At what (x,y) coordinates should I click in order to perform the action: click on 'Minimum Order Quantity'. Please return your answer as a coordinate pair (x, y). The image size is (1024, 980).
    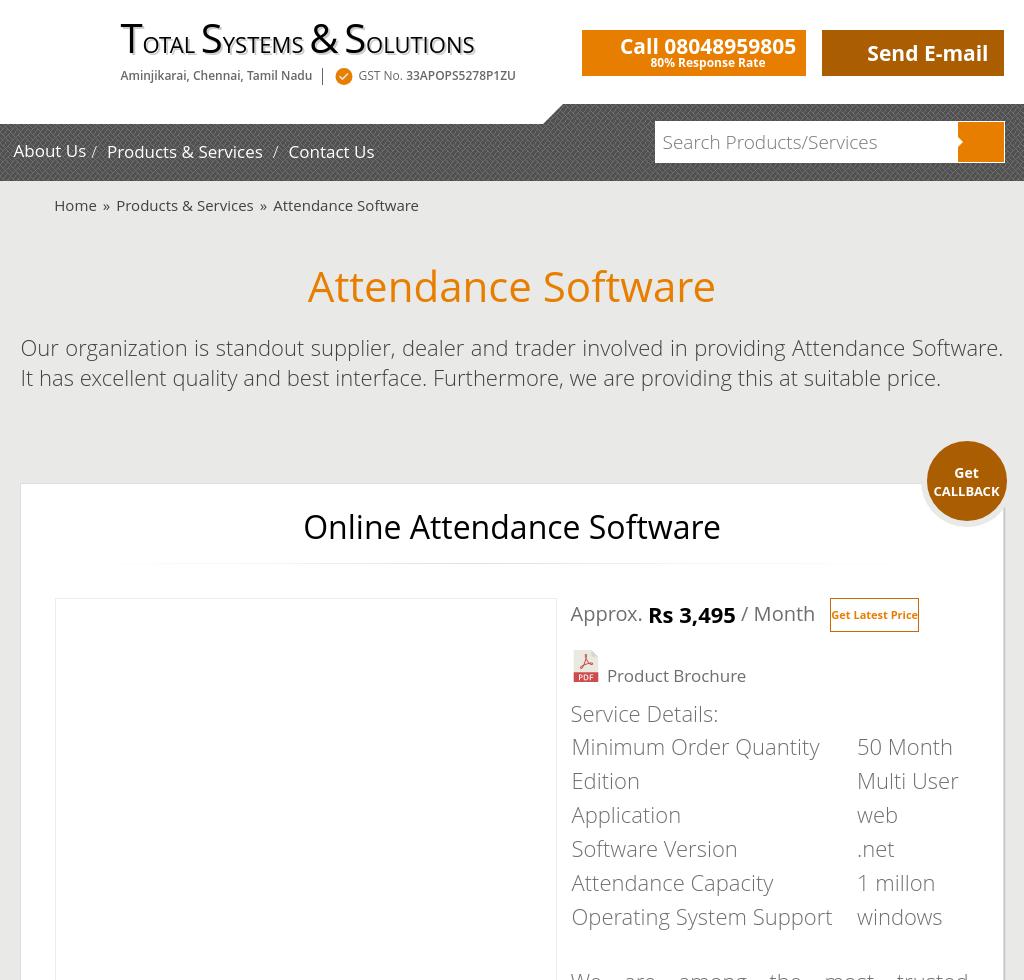
    Looking at the image, I should click on (694, 745).